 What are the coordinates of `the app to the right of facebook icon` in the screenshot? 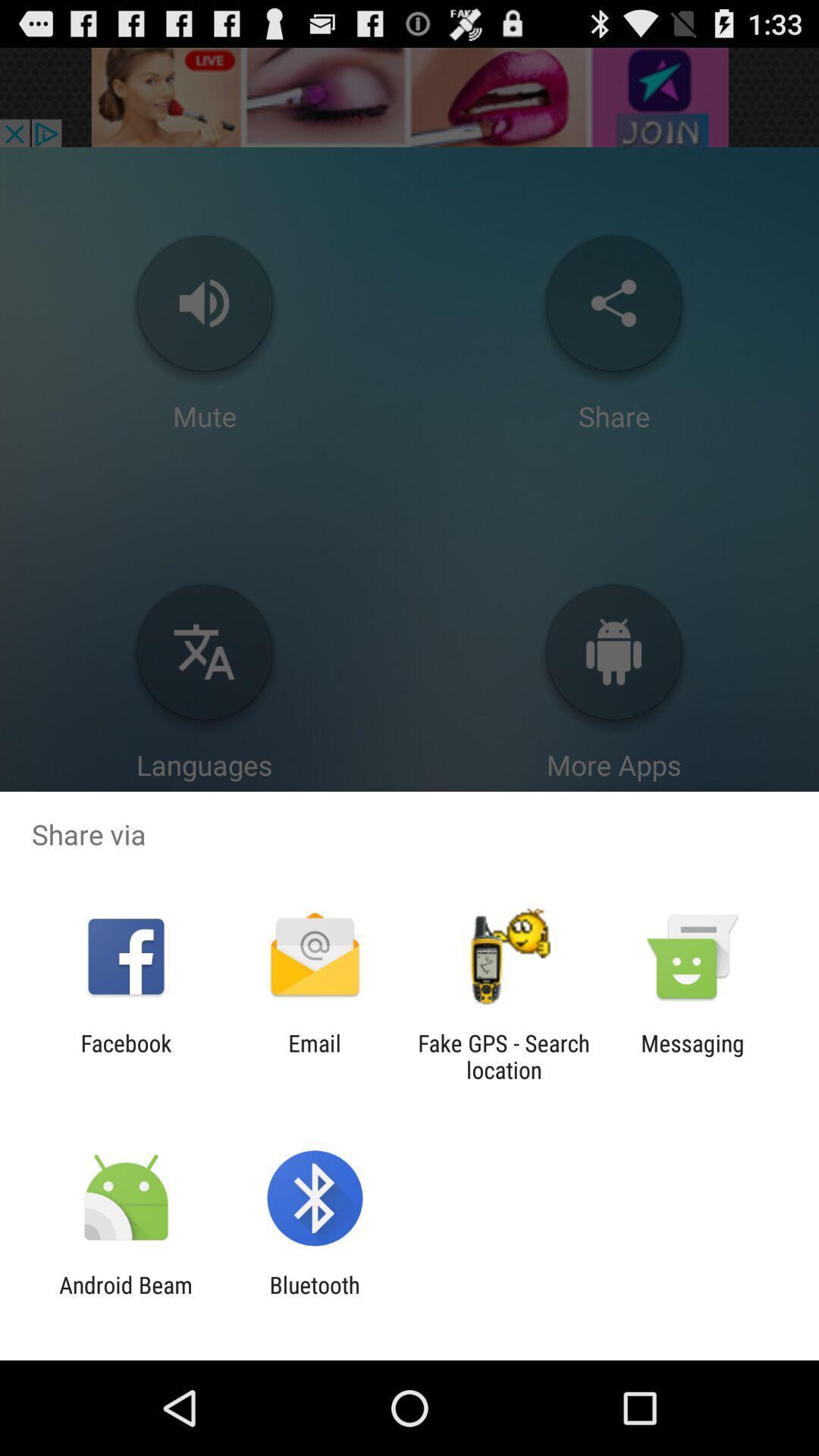 It's located at (314, 1056).